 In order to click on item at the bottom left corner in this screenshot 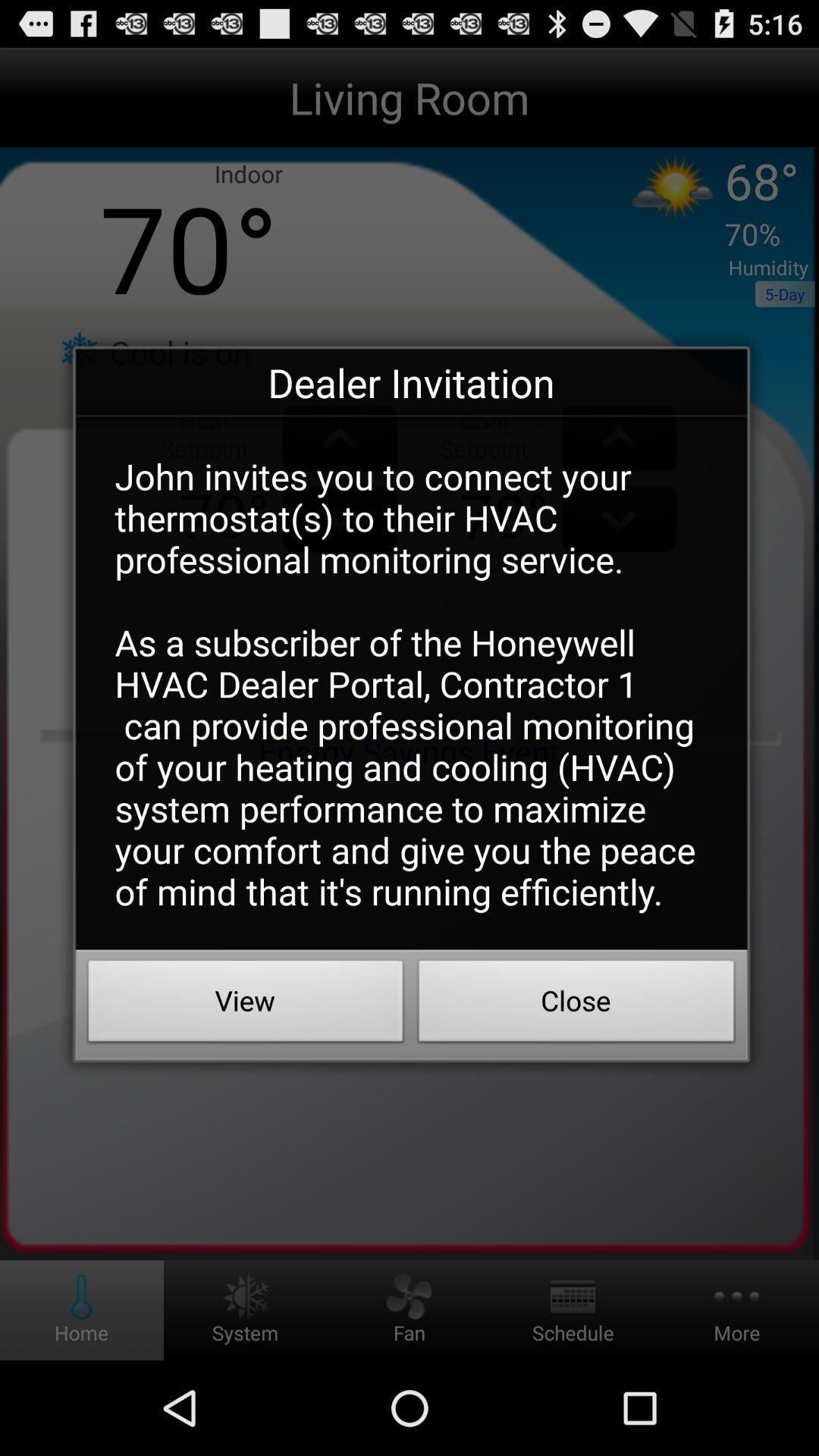, I will do `click(245, 1005)`.